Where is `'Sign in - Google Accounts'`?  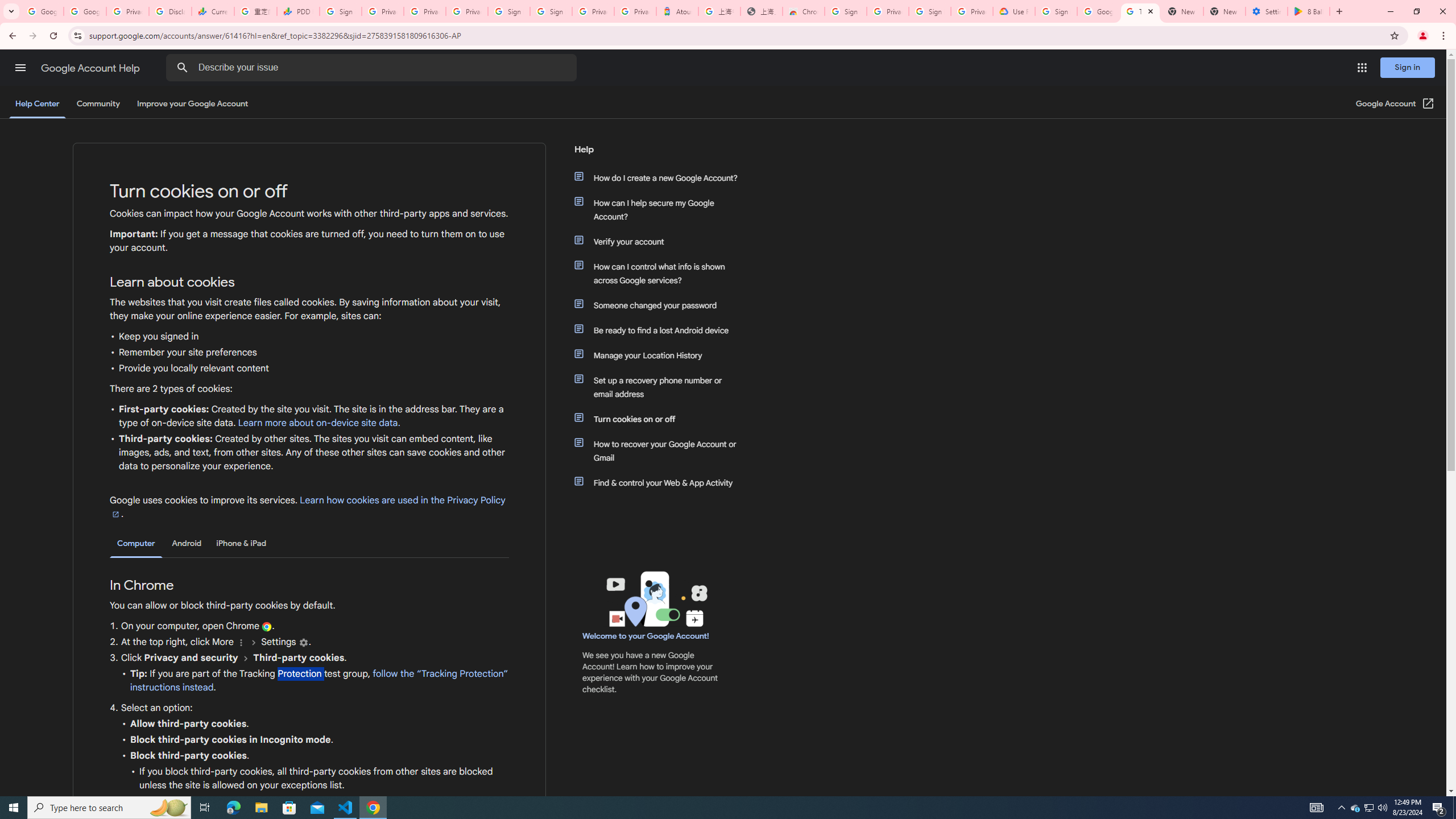
'Sign in - Google Accounts' is located at coordinates (550, 11).